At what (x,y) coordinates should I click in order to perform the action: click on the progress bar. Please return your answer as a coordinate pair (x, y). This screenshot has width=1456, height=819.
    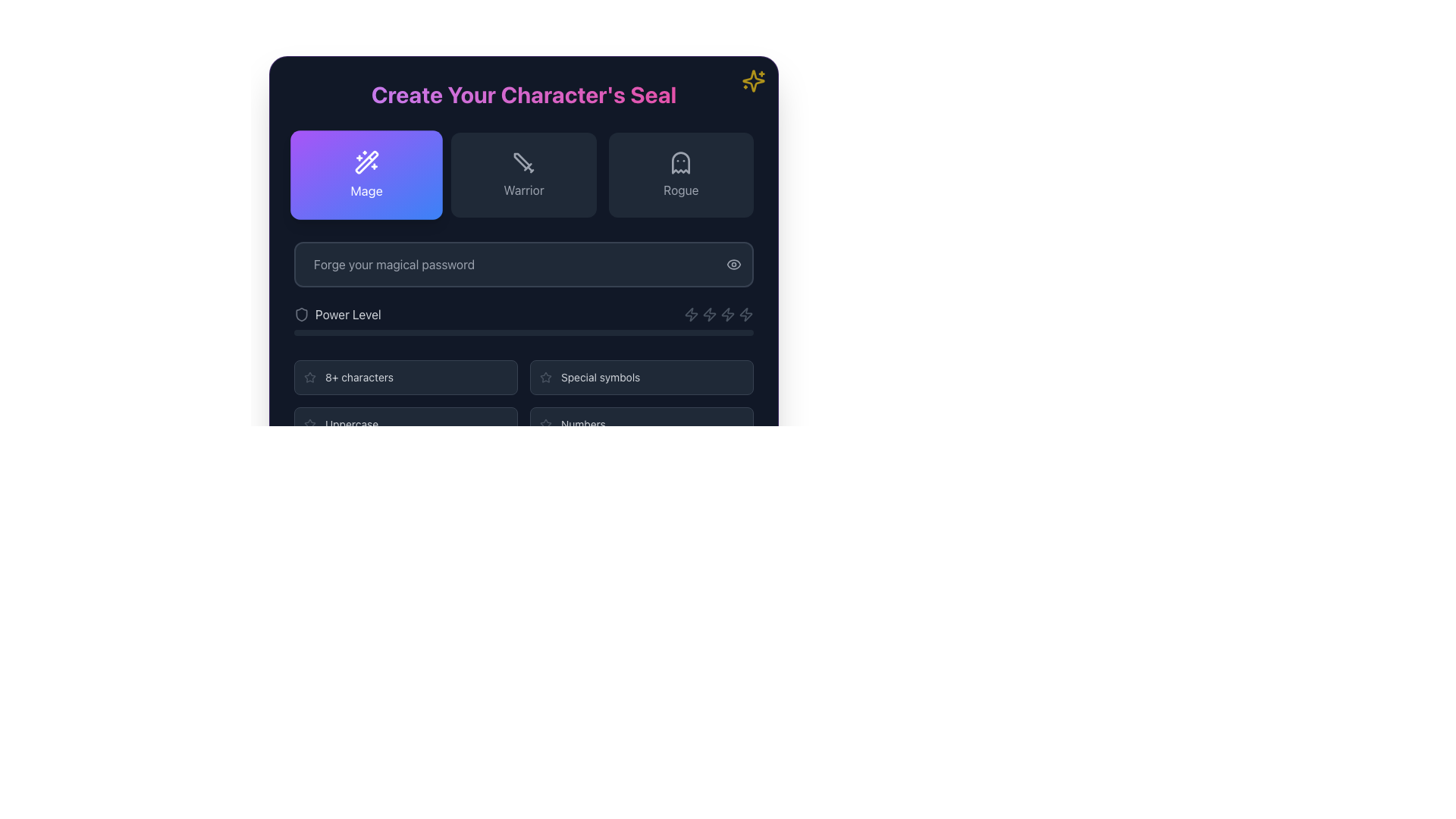
    Looking at the image, I should click on (648, 332).